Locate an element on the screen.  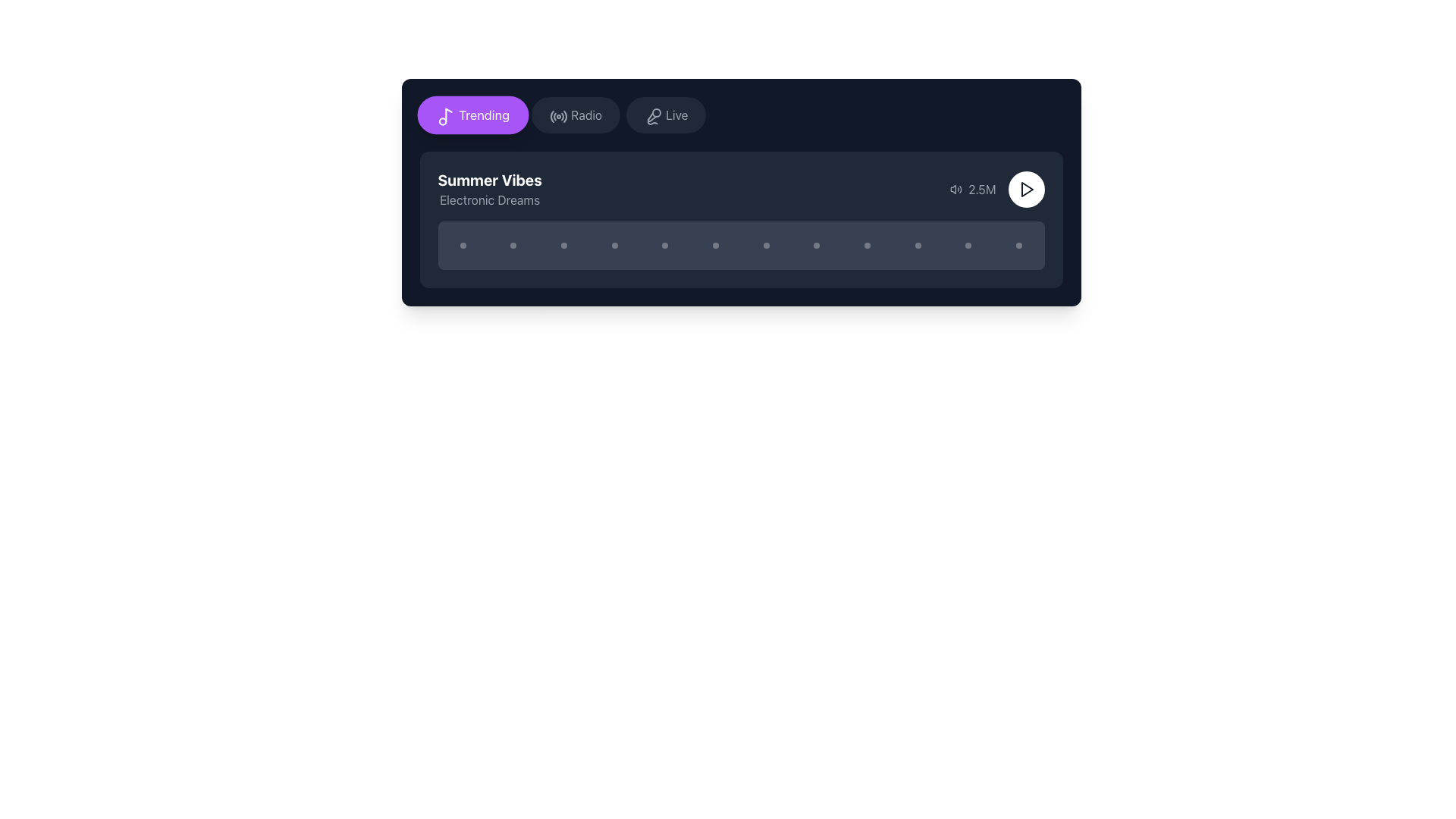
the 'Live' text label within the interactive button, which is styled in gray text and located in a dark gray button in the navigation row is located at coordinates (676, 114).